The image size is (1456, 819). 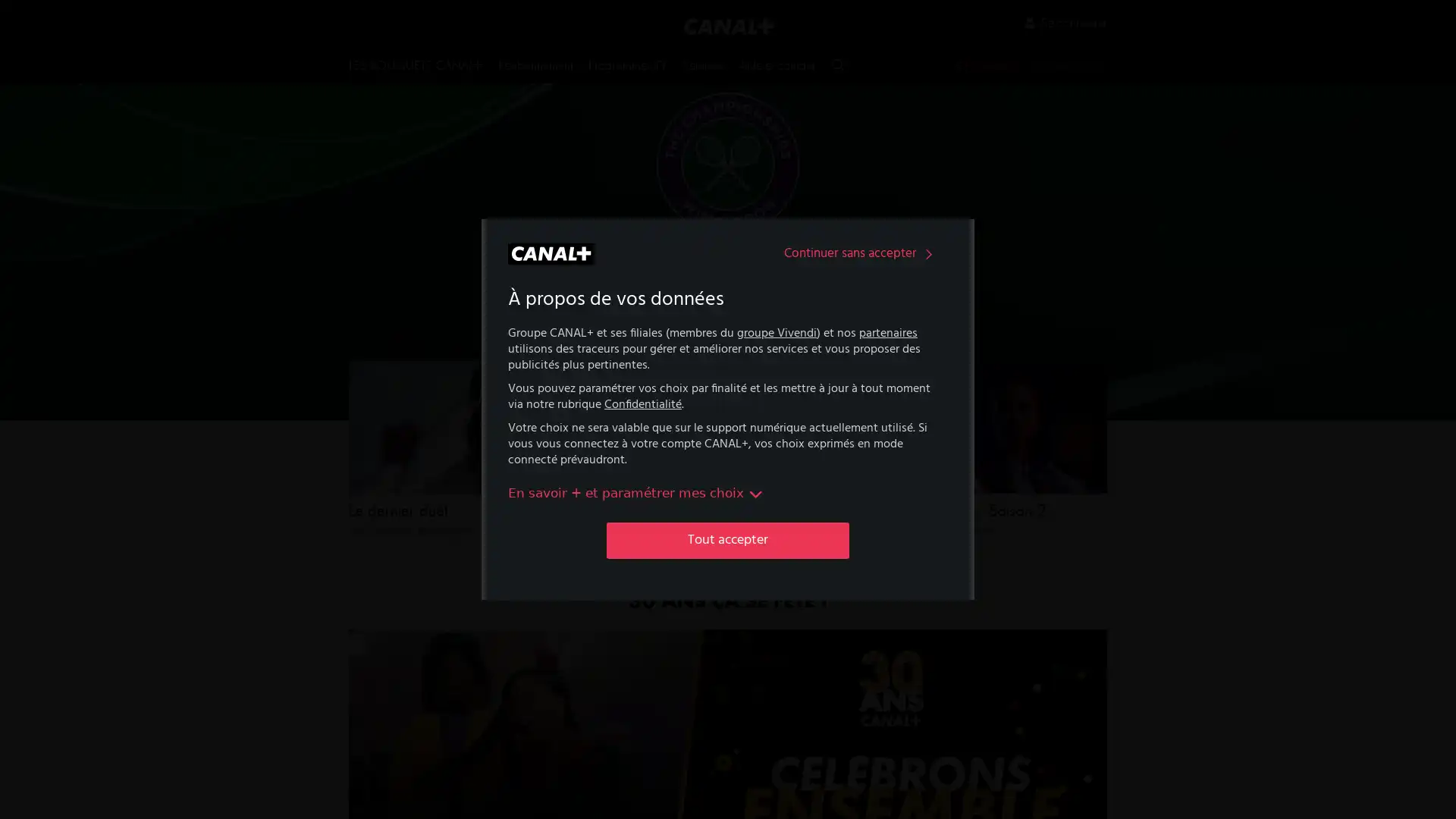 What do you see at coordinates (582, 445) in the screenshot?
I see `Cap Vert` at bounding box center [582, 445].